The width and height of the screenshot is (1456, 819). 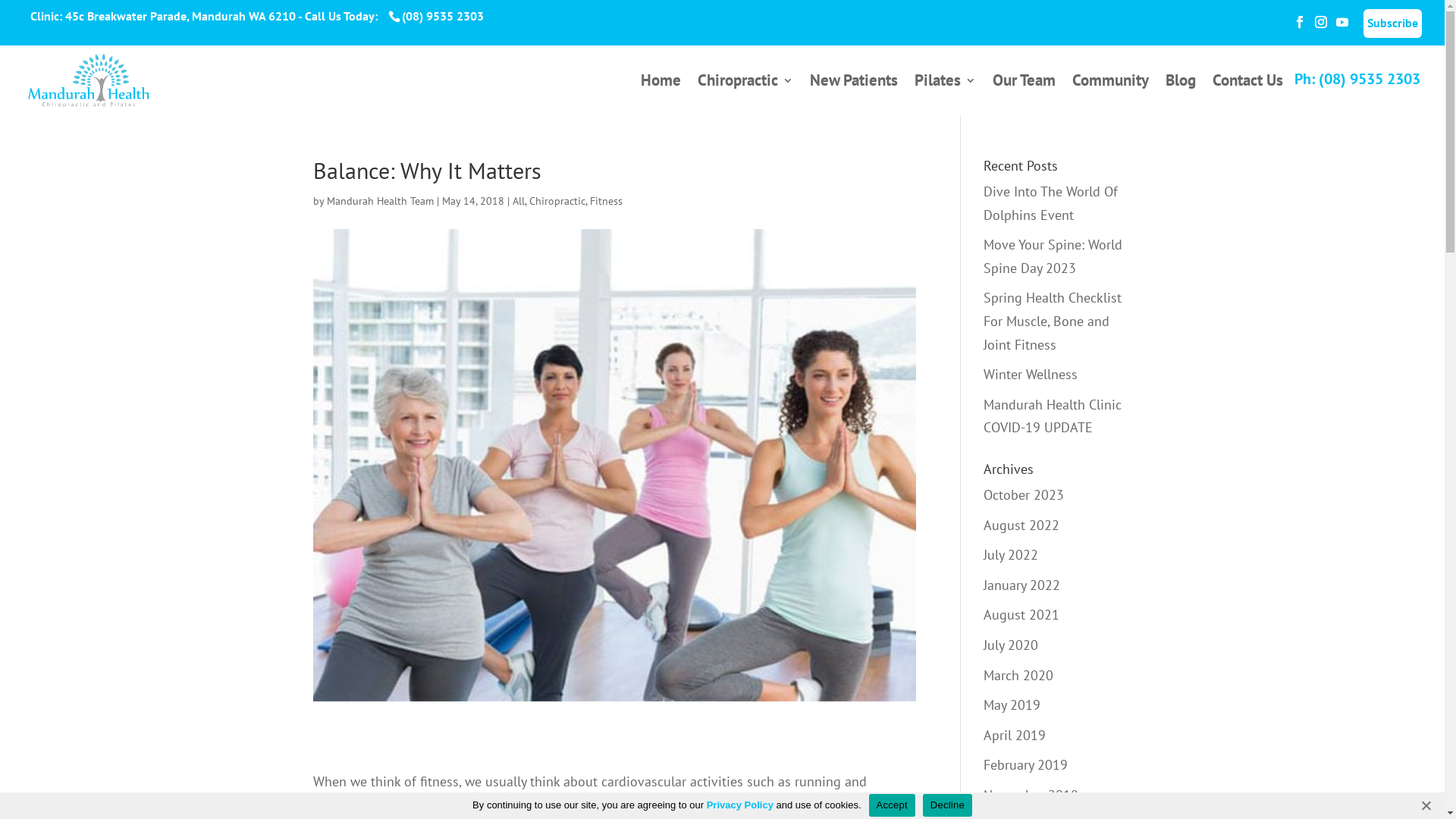 I want to click on 'October 2023', so click(x=1023, y=494).